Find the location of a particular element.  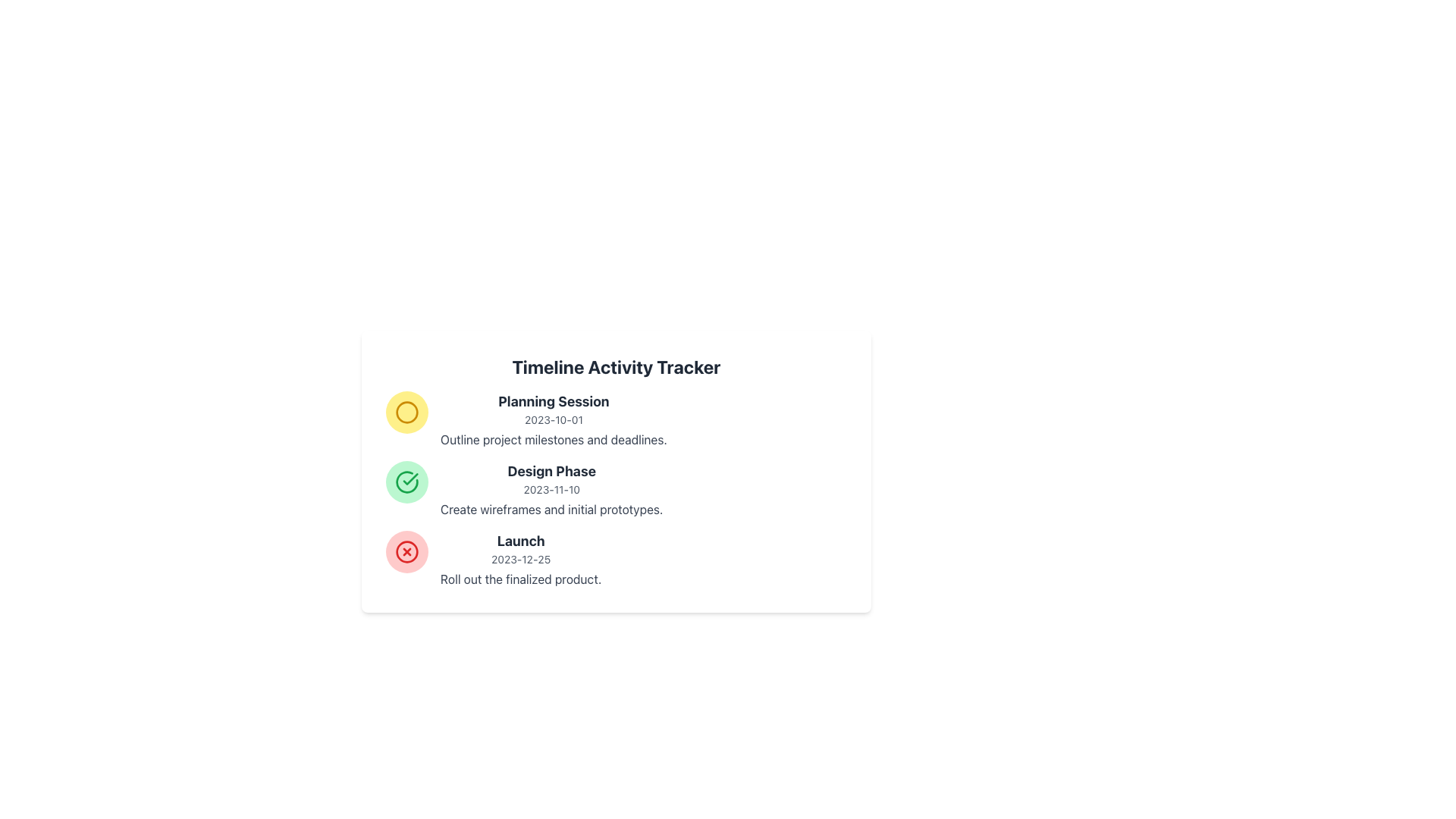

text 'Planning Session' which is prominently displayed in a bold and large font at the top of the card is located at coordinates (553, 400).